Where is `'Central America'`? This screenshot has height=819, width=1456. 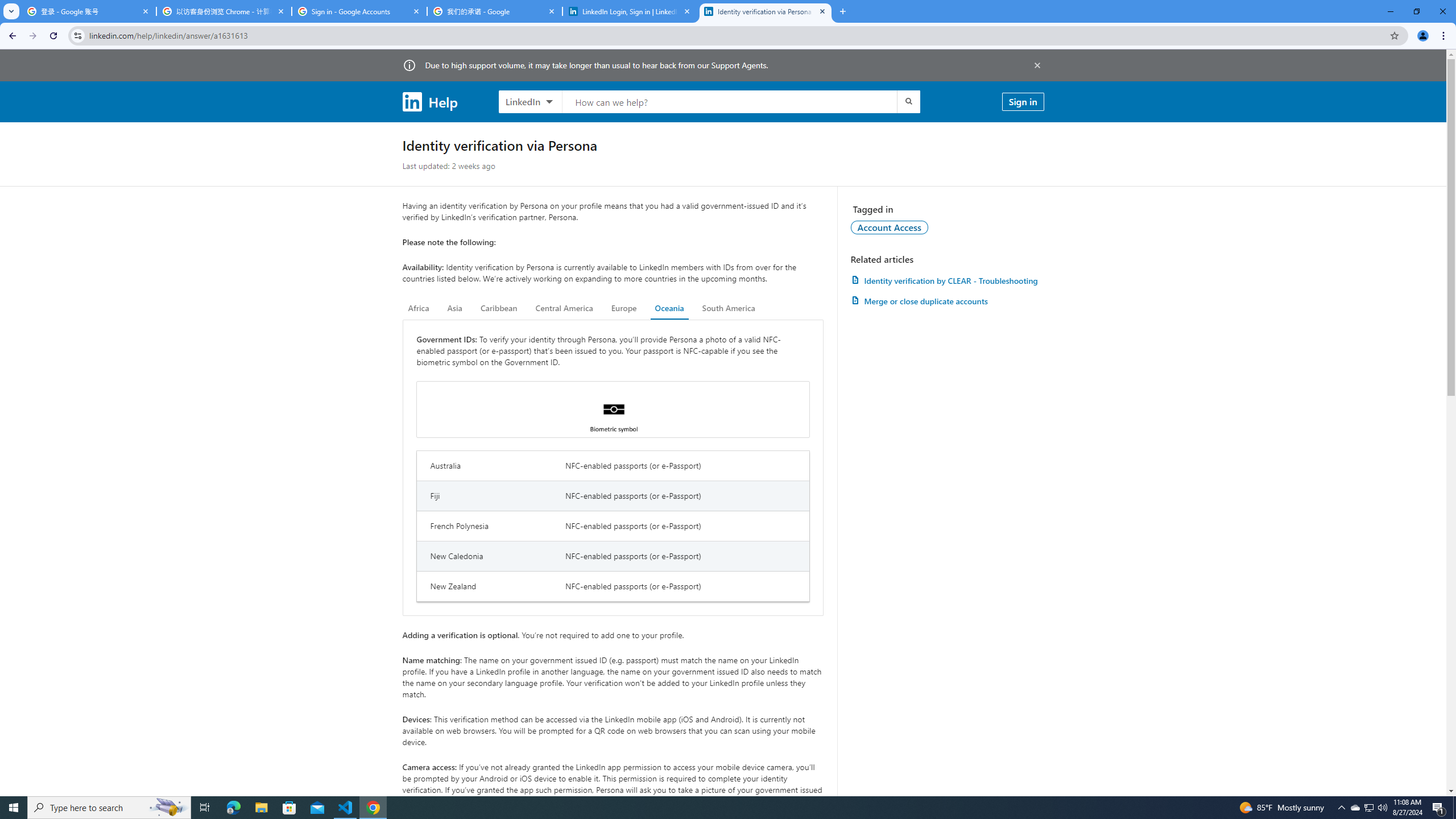
'Central America' is located at coordinates (564, 308).